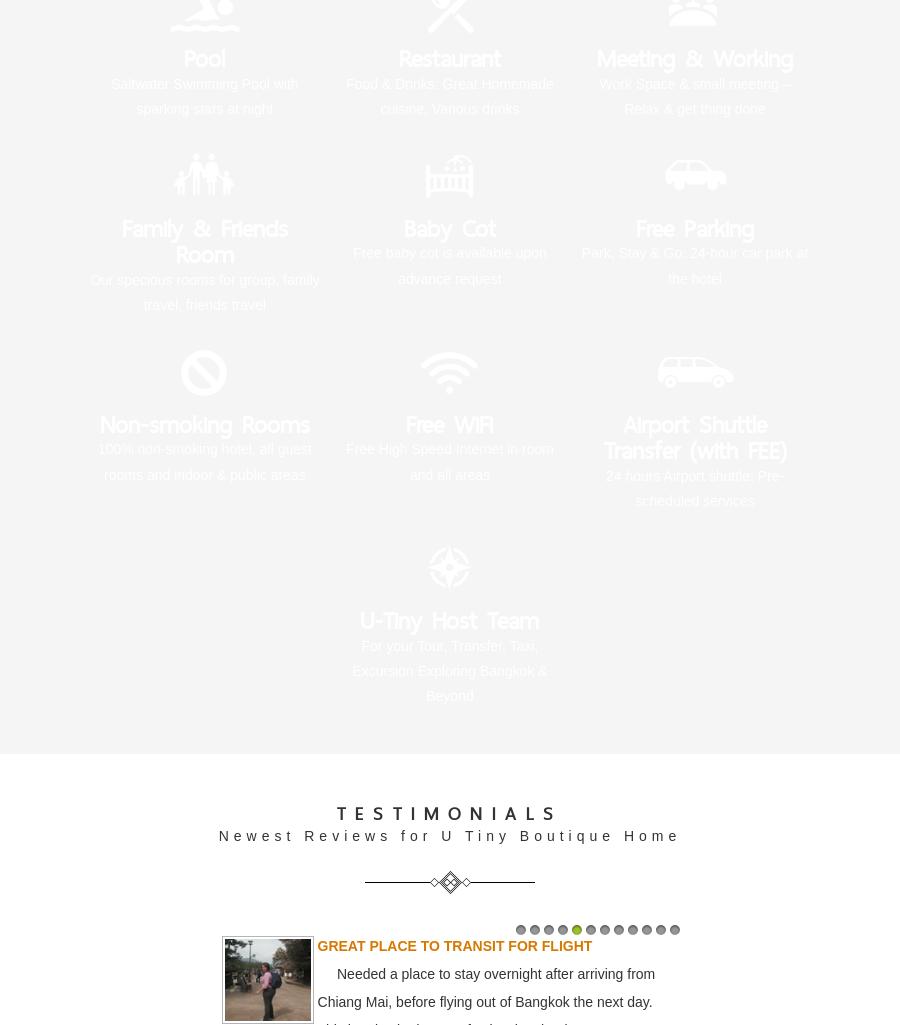 The width and height of the screenshot is (900, 1025). What do you see at coordinates (640, 949) in the screenshot?
I see `'10'` at bounding box center [640, 949].